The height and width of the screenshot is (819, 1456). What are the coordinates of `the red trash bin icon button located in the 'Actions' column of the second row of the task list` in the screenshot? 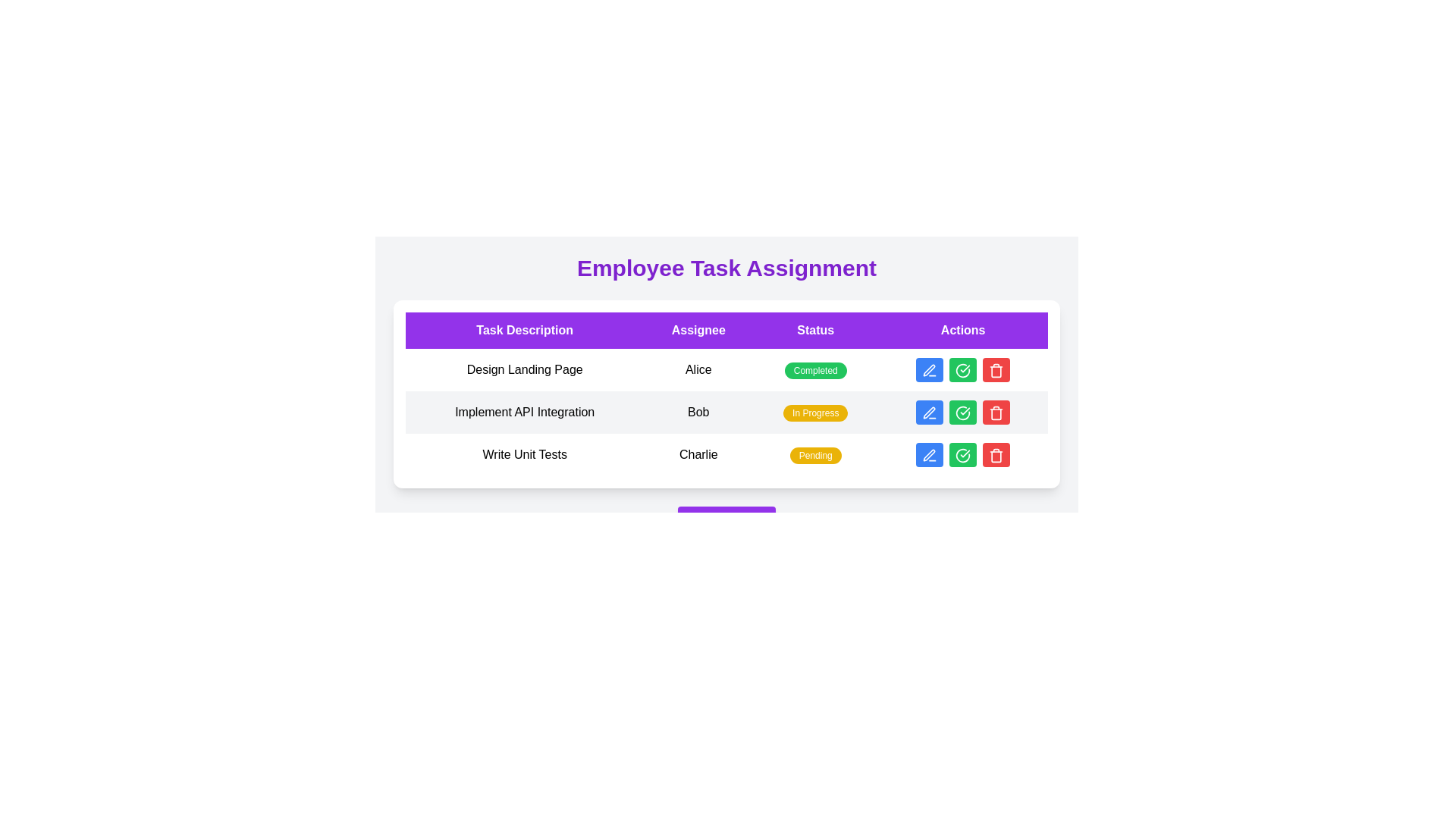 It's located at (996, 413).